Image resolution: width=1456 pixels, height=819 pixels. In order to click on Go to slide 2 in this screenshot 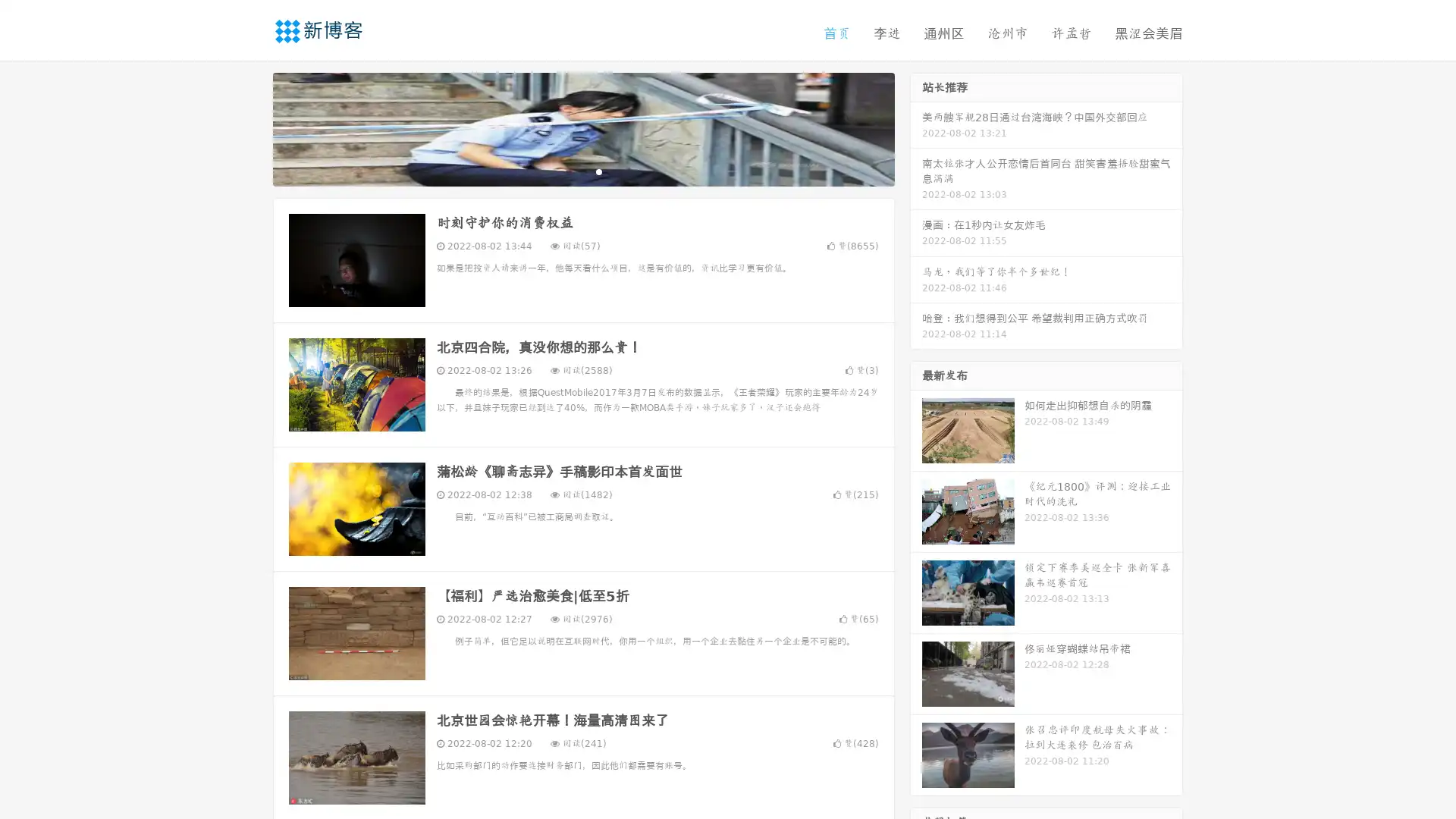, I will do `click(582, 171)`.